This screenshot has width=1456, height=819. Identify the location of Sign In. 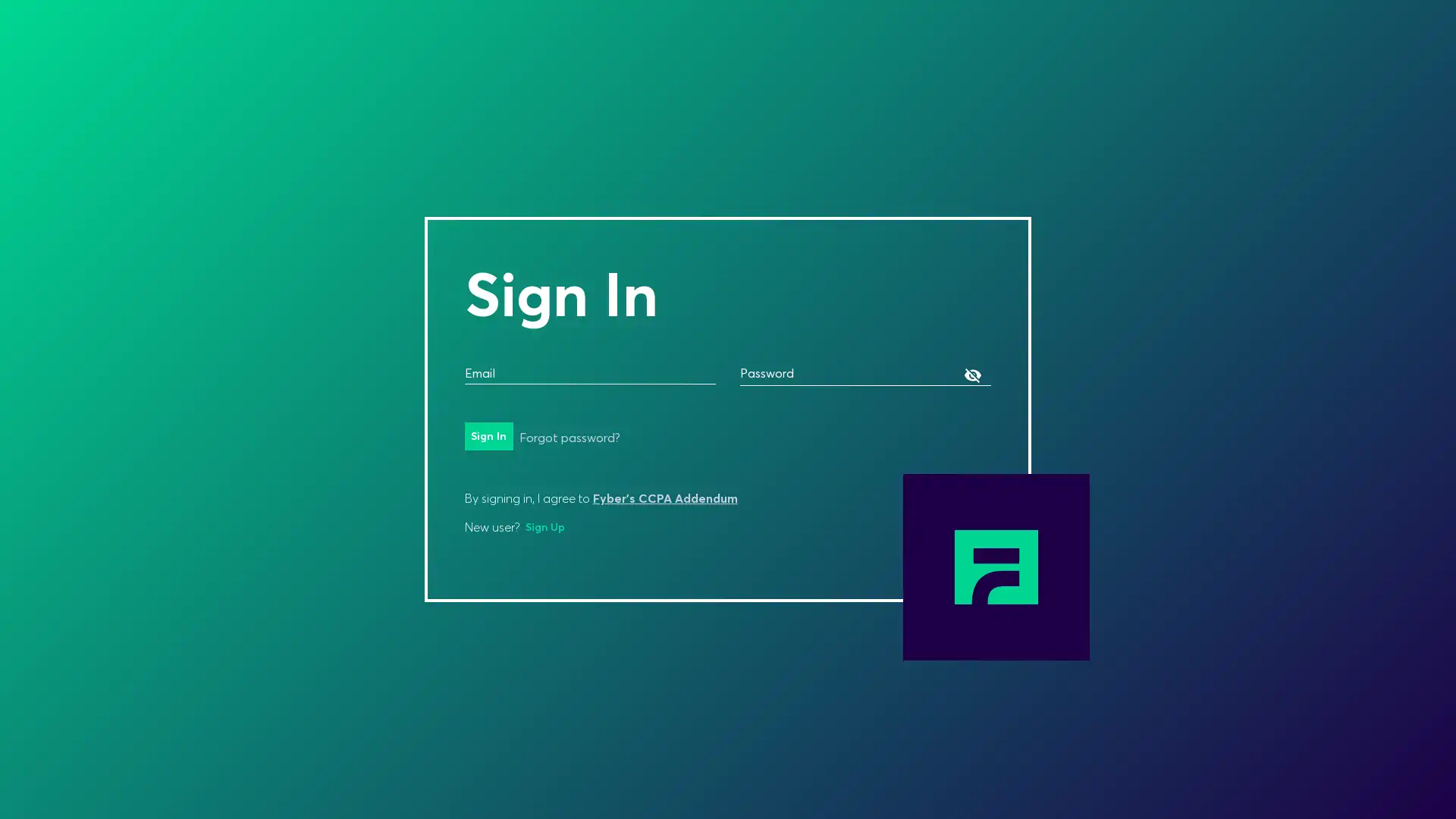
(488, 435).